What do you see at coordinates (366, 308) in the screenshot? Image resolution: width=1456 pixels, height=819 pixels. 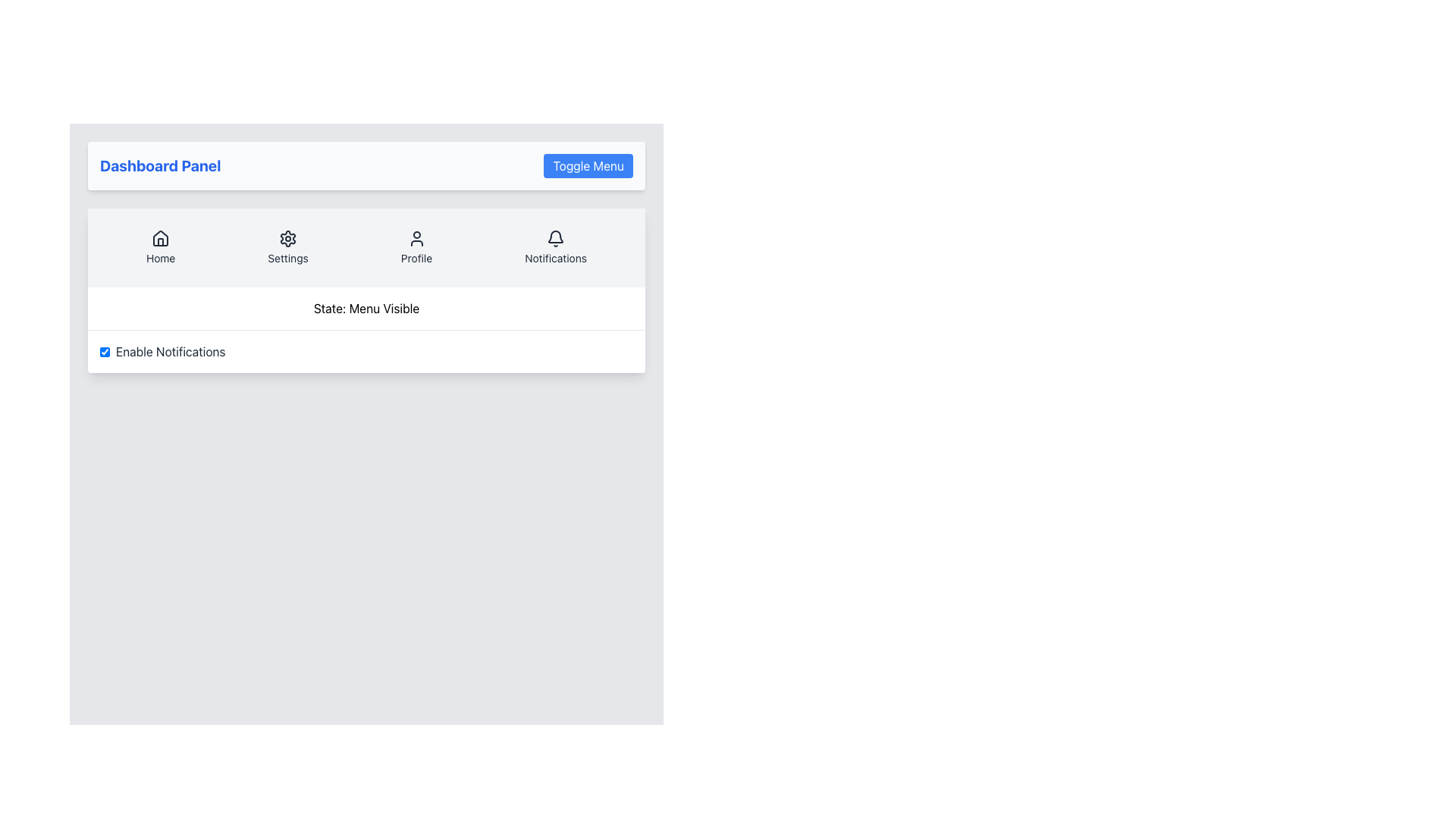 I see `static text label displaying 'State: Menu Visible', which is centered in the content area below the navigation bar and above the 'Enable Notifications' checkbox` at bounding box center [366, 308].